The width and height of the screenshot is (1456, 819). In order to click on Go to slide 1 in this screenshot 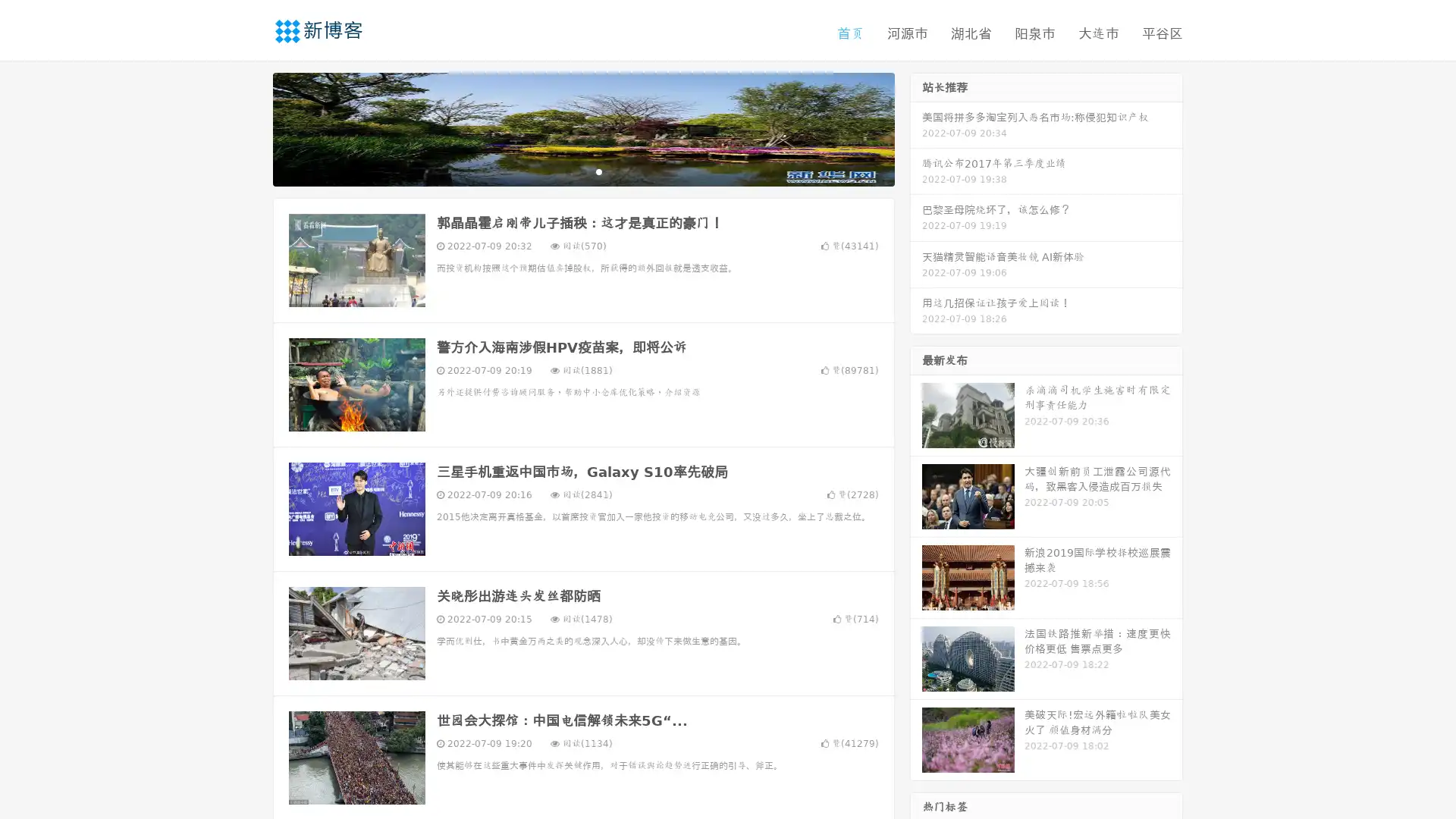, I will do `click(567, 171)`.